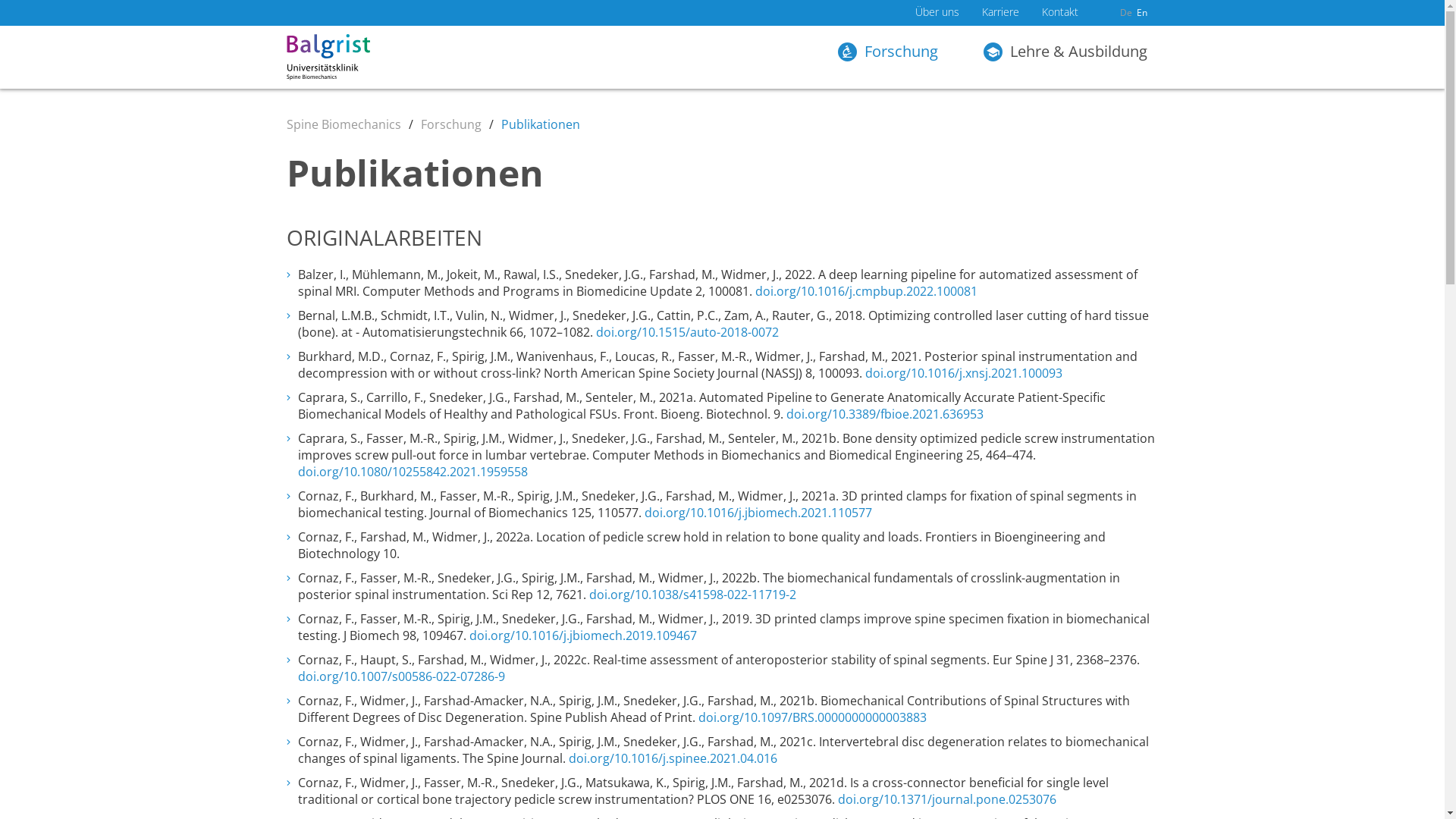  Describe the element at coordinates (1059, 14) in the screenshot. I see `'Kontakt'` at that location.